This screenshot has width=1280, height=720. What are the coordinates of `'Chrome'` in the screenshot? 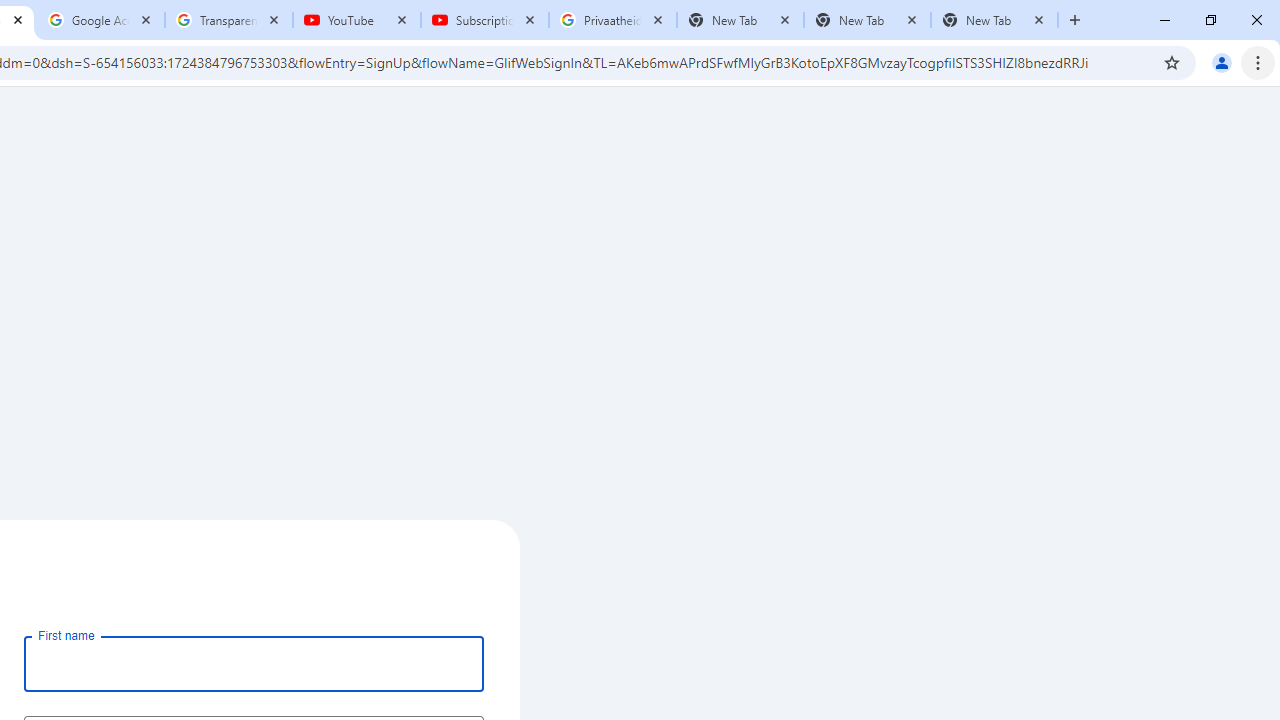 It's located at (1259, 61).